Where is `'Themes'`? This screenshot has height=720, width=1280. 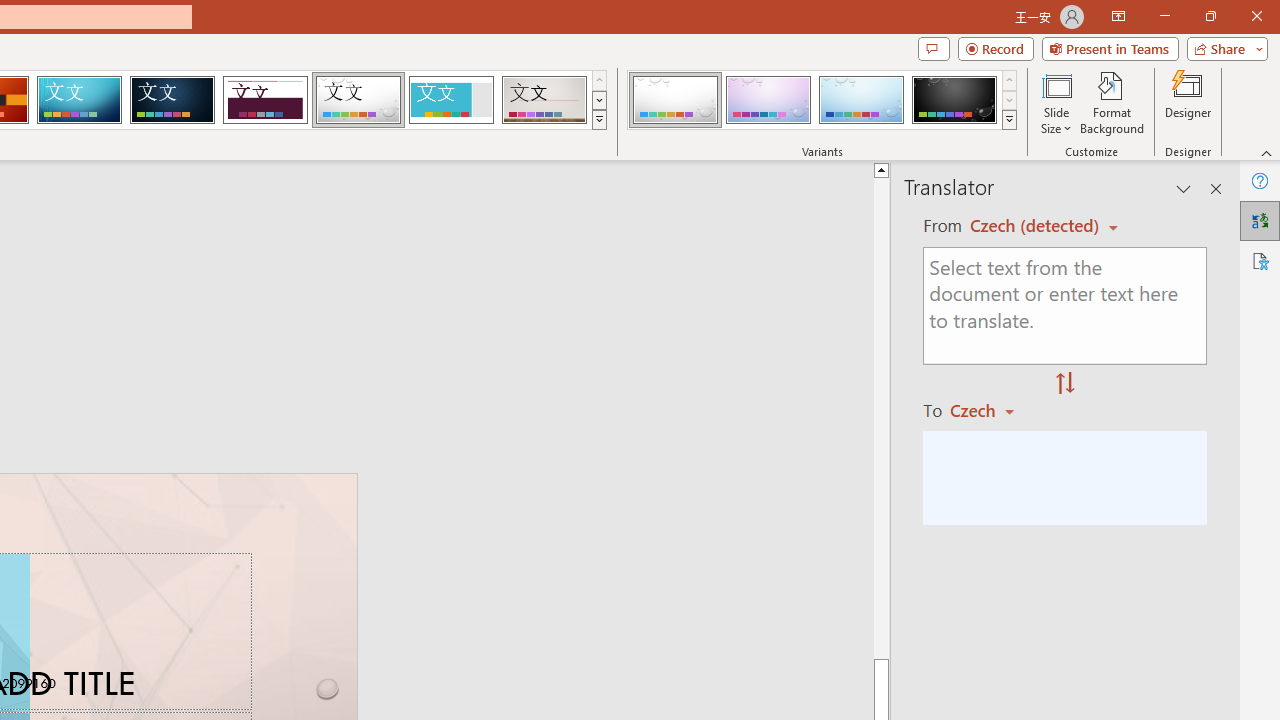
'Themes' is located at coordinates (598, 120).